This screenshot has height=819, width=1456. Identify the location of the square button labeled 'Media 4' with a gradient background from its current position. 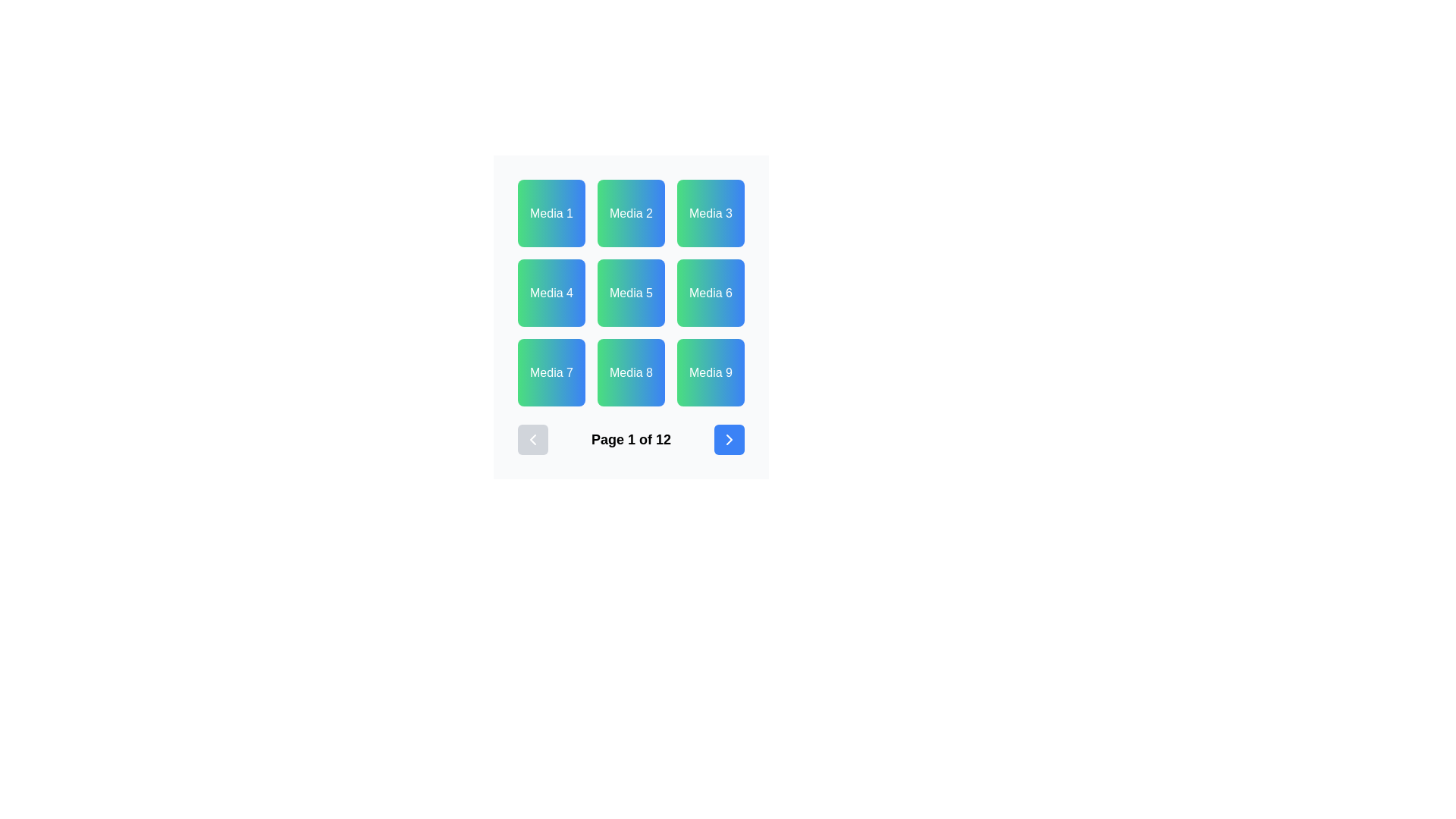
(551, 293).